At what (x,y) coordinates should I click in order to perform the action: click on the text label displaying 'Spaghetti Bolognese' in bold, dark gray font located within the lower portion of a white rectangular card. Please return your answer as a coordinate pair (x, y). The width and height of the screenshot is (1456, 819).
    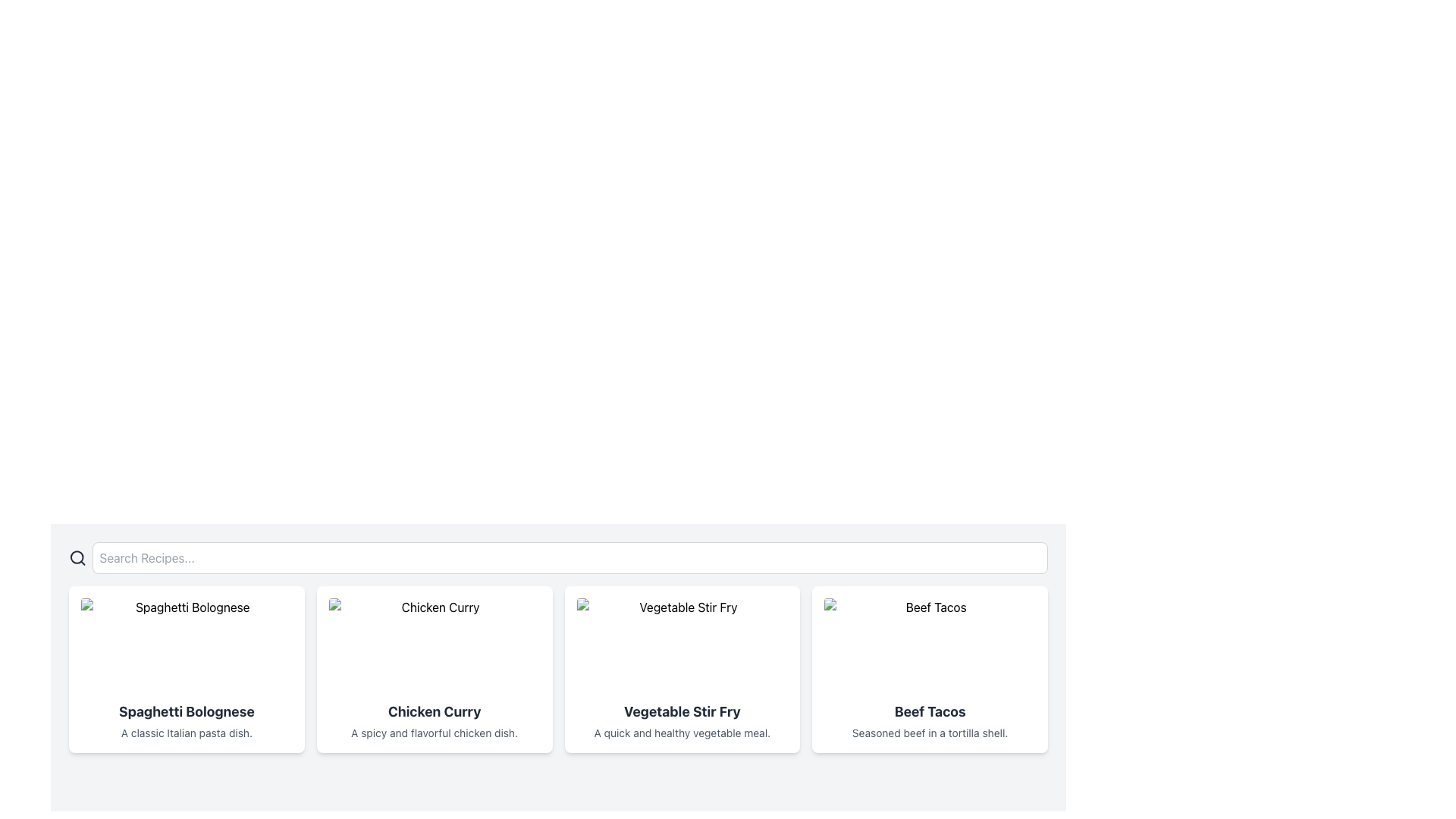
    Looking at the image, I should click on (186, 711).